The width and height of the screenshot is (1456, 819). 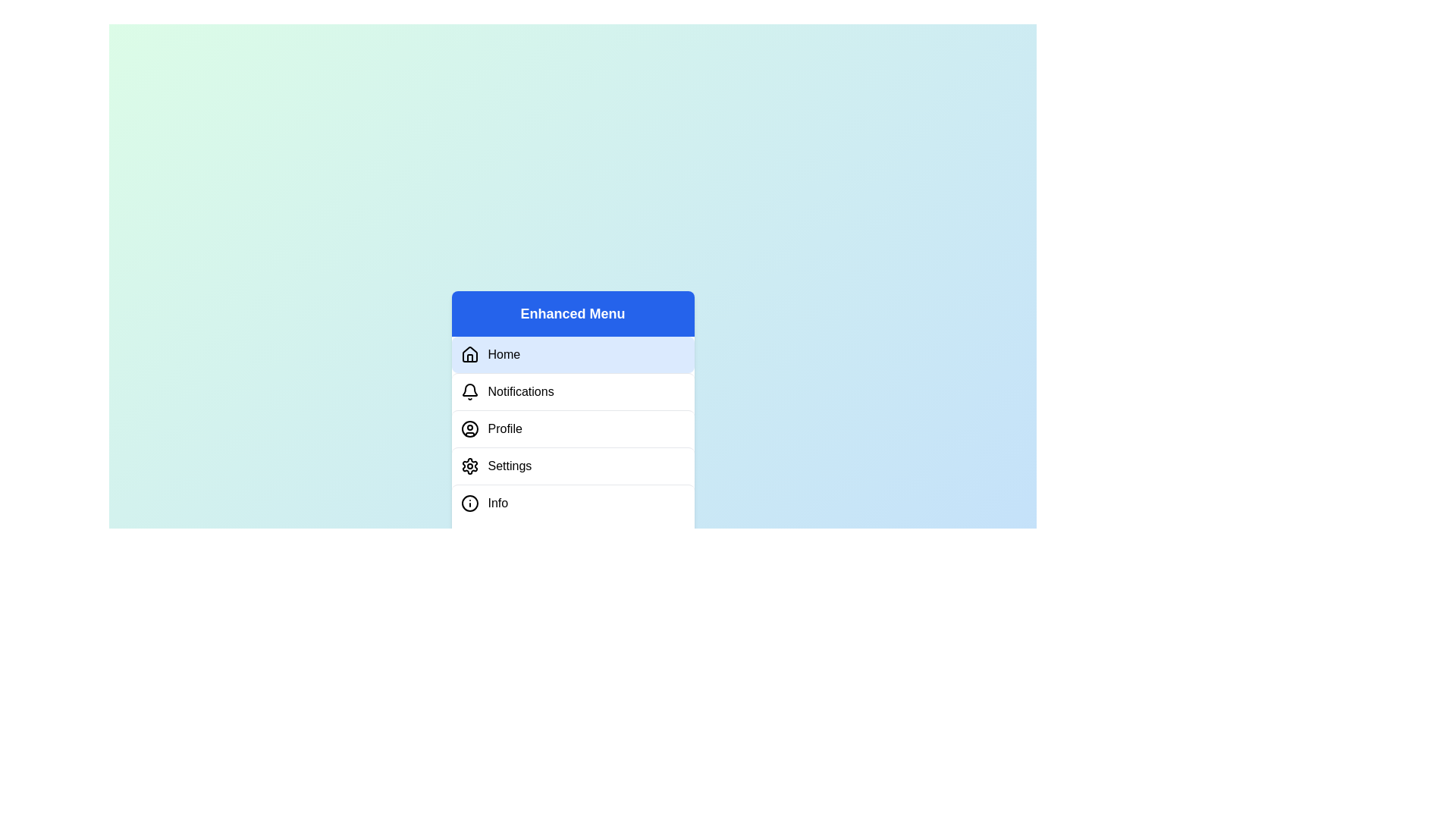 I want to click on the menu tab Home, so click(x=572, y=354).